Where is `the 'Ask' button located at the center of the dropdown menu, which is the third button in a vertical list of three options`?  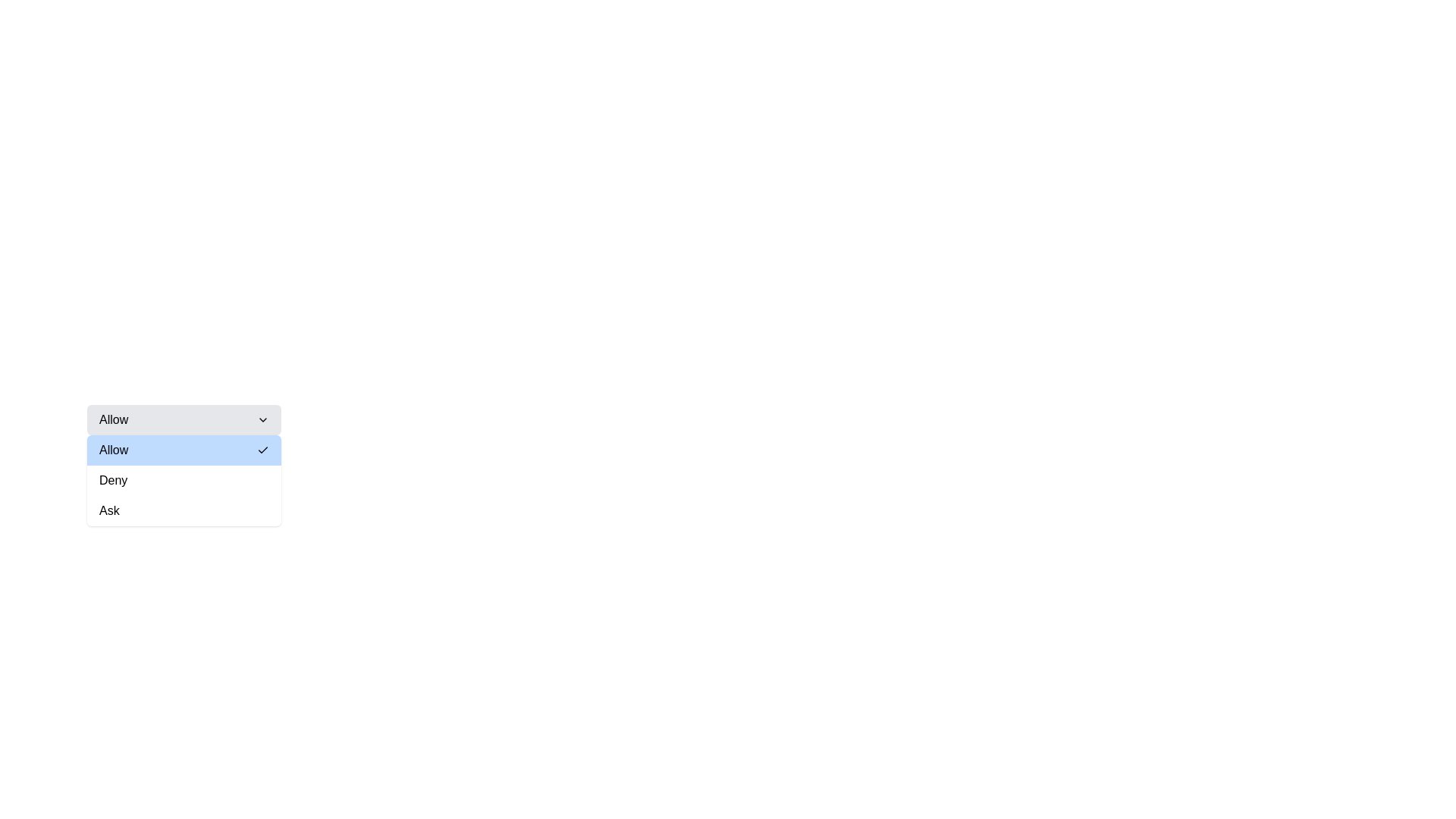
the 'Ask' button located at the center of the dropdown menu, which is the third button in a vertical list of three options is located at coordinates (184, 511).